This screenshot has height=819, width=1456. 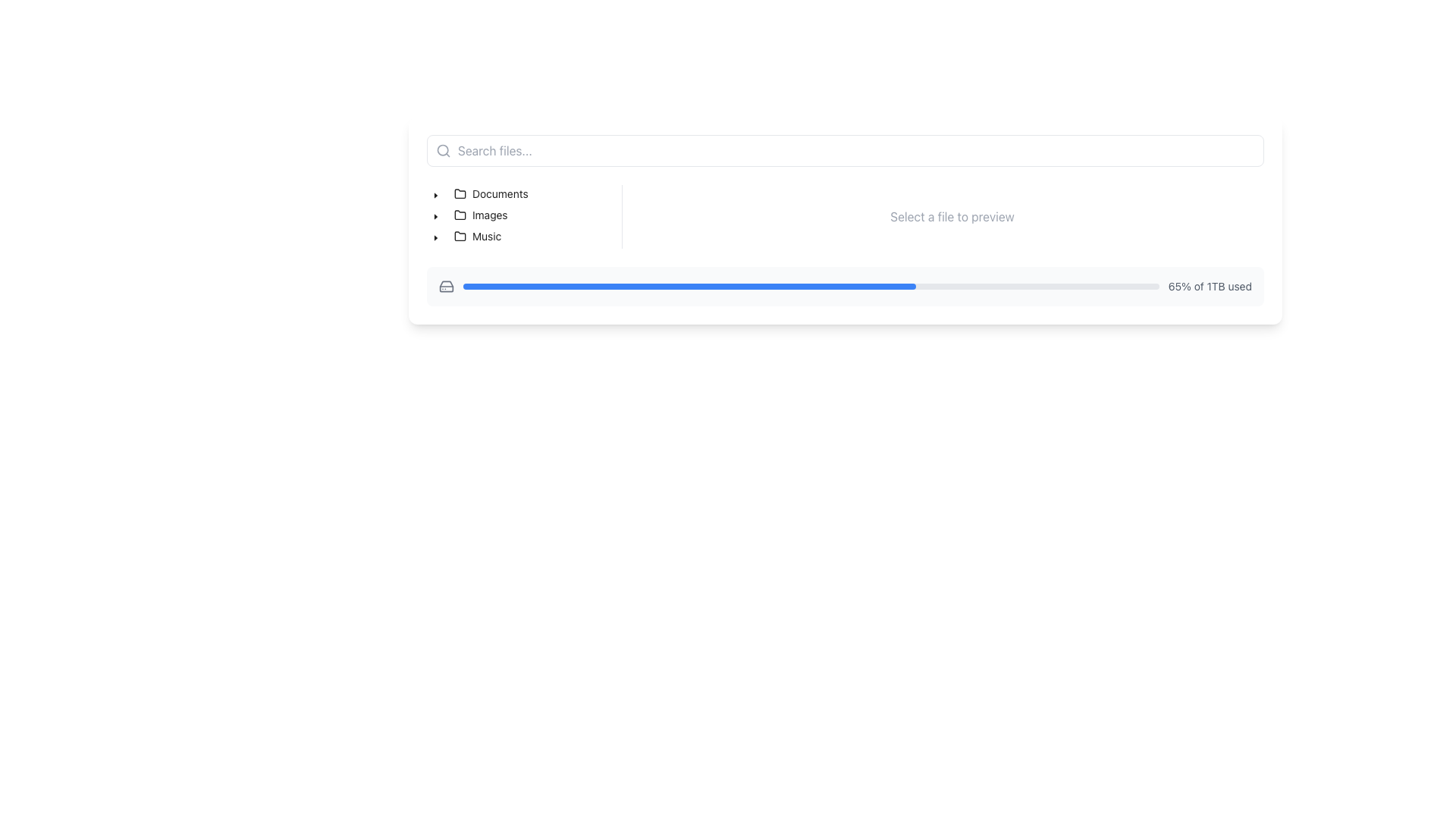 What do you see at coordinates (476, 237) in the screenshot?
I see `the 'Music' folder node in the file tree structure` at bounding box center [476, 237].